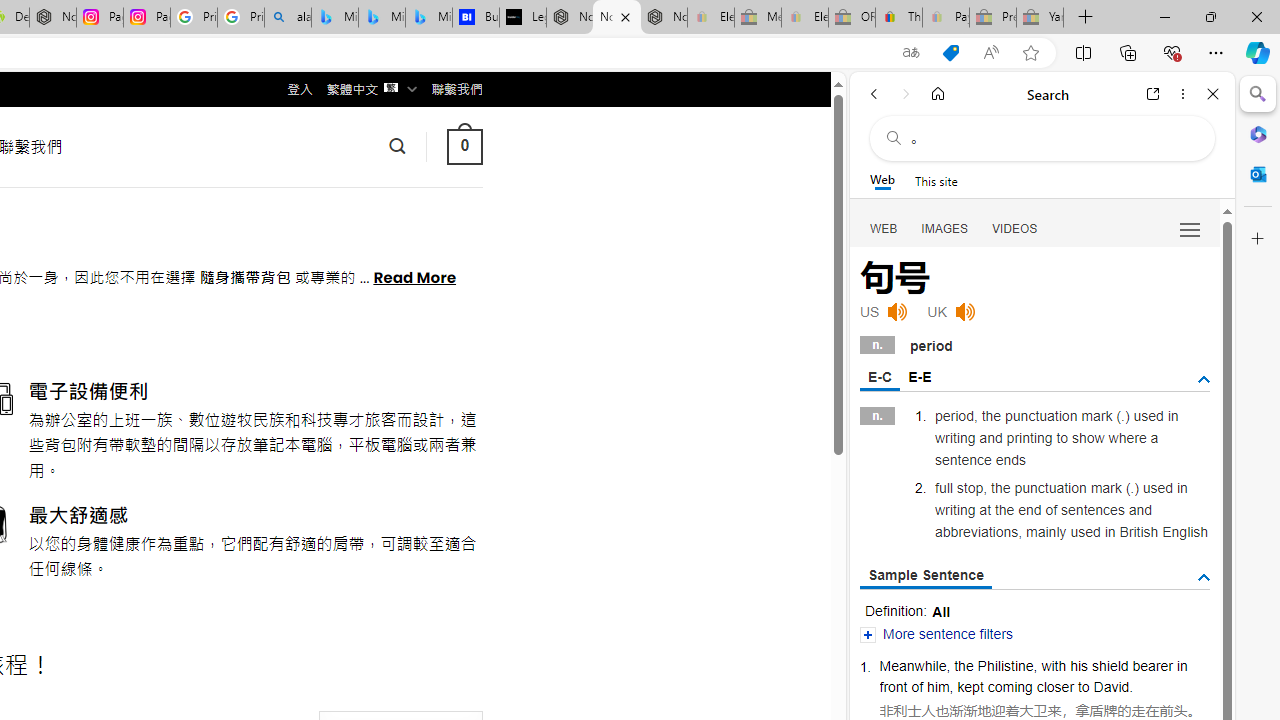 The height and width of the screenshot is (720, 1280). What do you see at coordinates (883, 227) in the screenshot?
I see `'WEB'` at bounding box center [883, 227].